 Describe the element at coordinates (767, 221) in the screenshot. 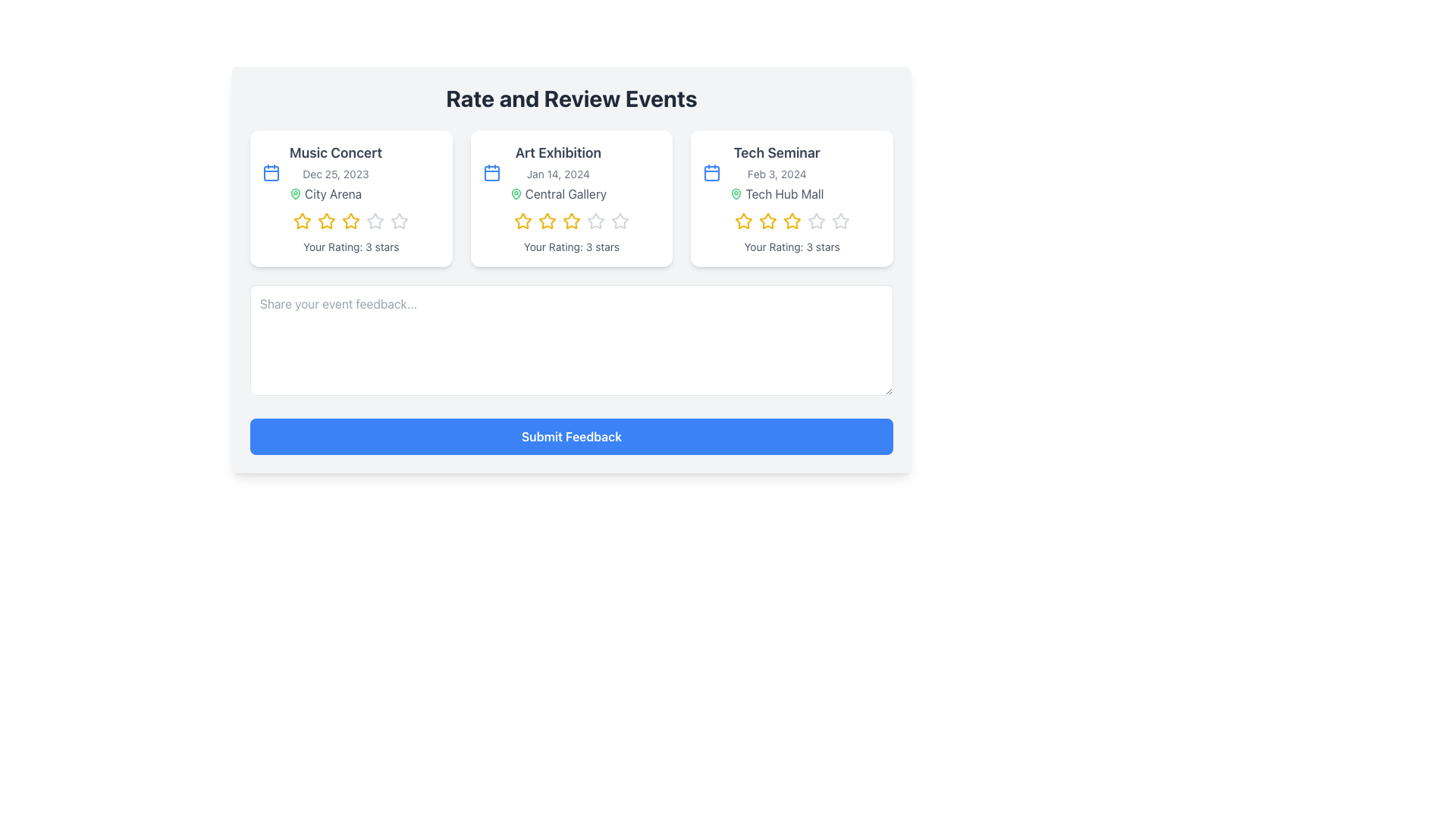

I see `the second star in the rating system for the 'Tech Seminar' event` at that location.